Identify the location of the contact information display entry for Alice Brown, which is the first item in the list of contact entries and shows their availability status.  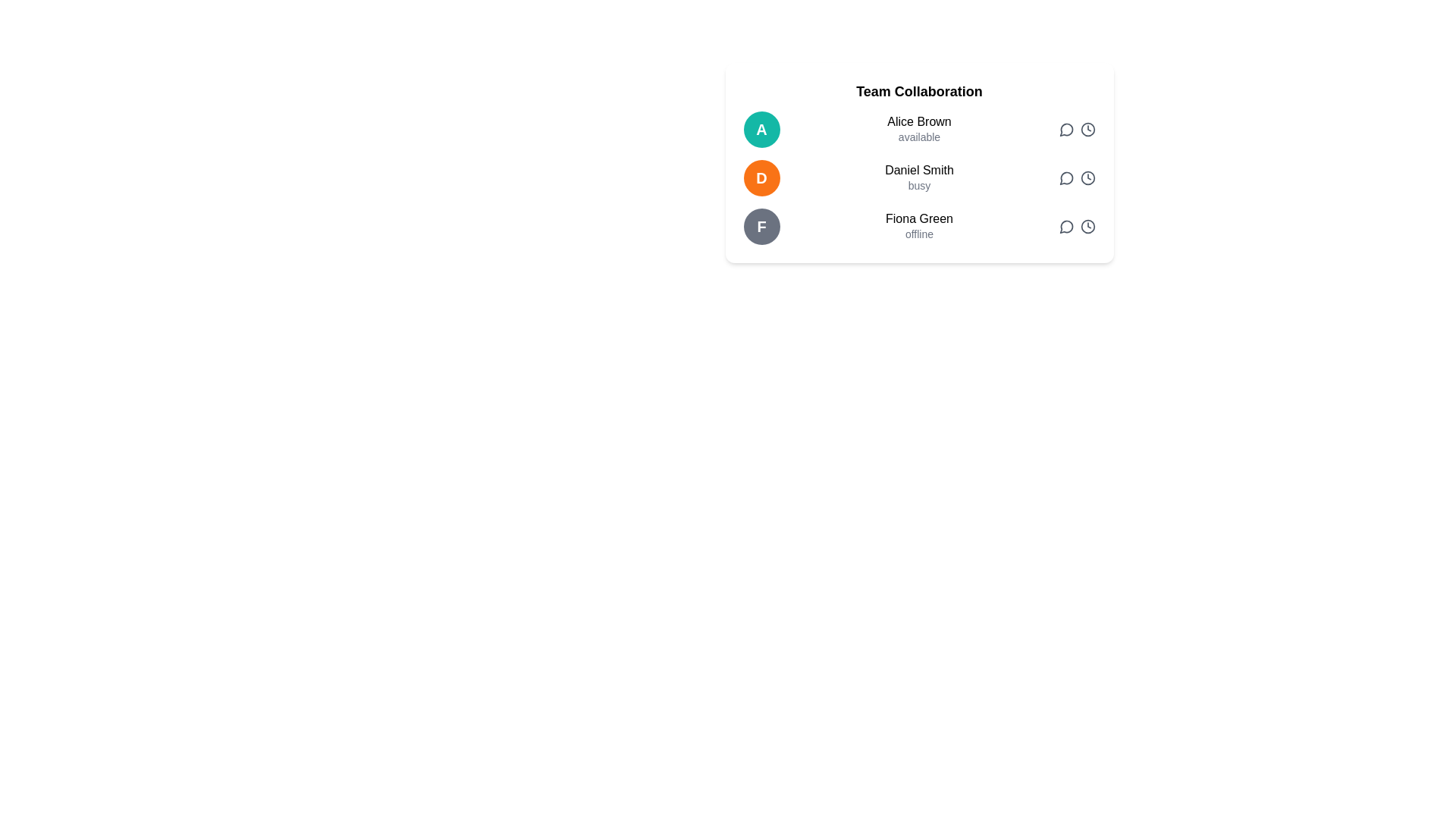
(918, 128).